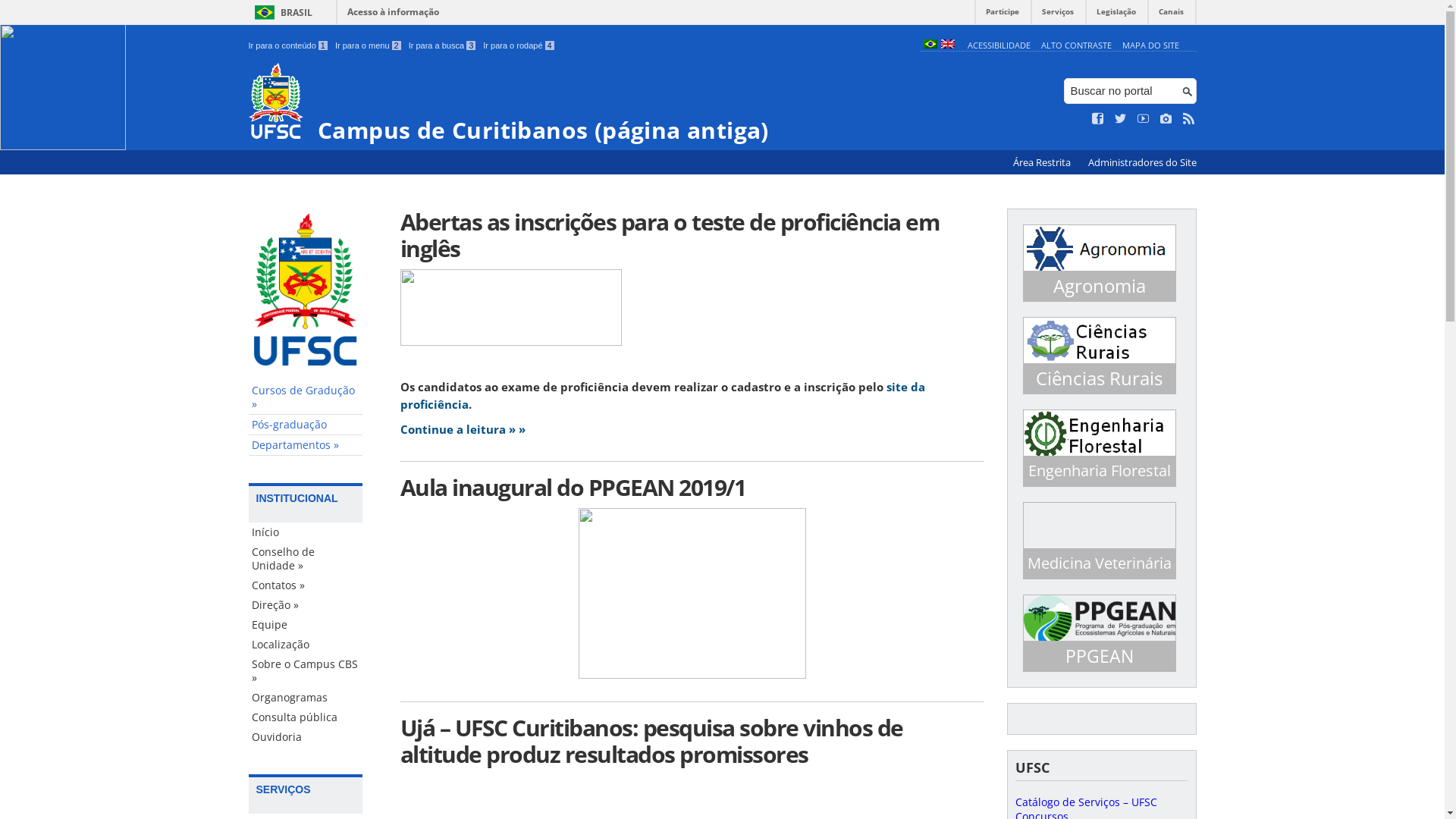 This screenshot has height=819, width=1456. Describe the element at coordinates (975, 15) in the screenshot. I see `'Participe'` at that location.